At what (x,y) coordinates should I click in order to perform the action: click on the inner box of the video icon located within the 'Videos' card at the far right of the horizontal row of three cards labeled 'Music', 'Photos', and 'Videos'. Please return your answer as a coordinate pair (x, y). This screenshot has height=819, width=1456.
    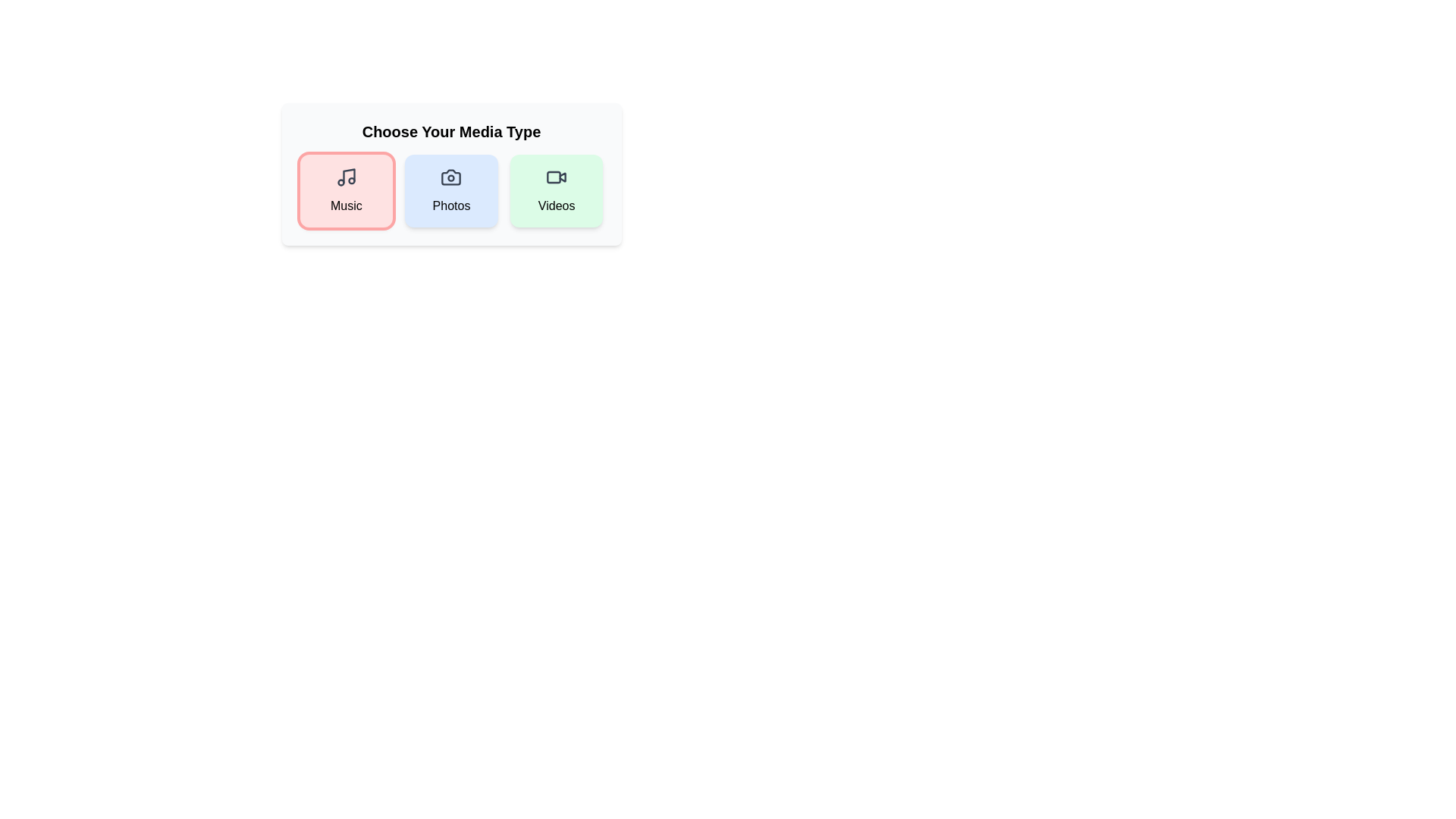
    Looking at the image, I should click on (553, 177).